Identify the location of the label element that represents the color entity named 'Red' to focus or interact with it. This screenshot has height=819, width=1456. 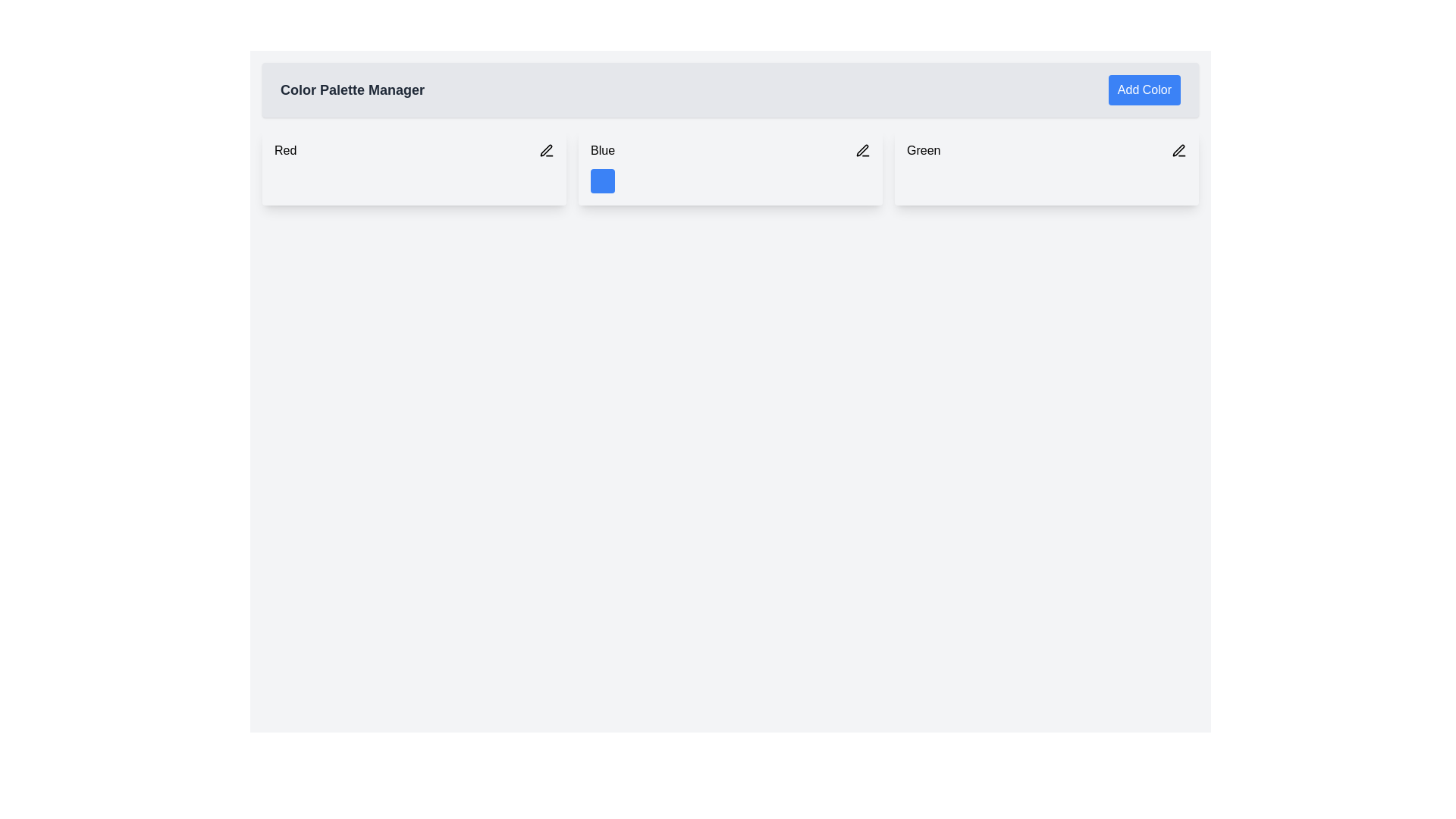
(414, 151).